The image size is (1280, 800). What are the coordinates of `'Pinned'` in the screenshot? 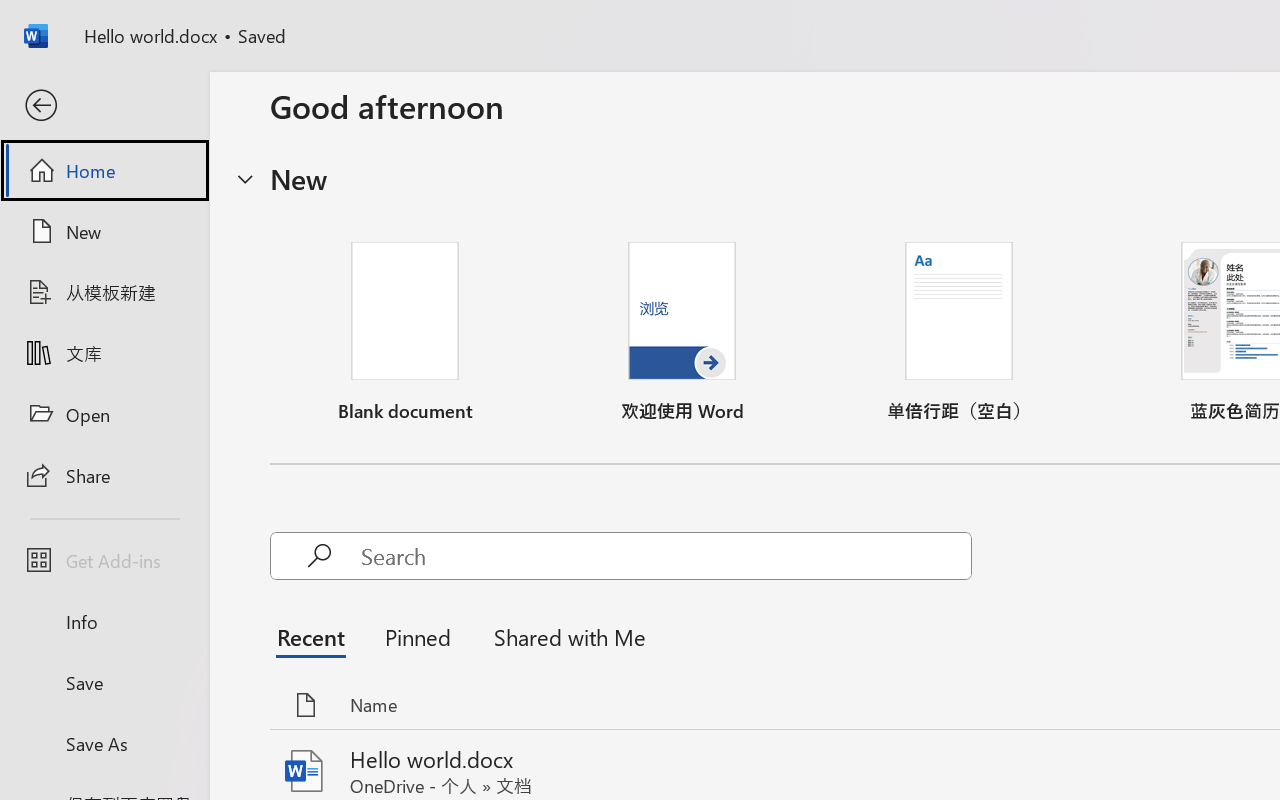 It's located at (416, 635).